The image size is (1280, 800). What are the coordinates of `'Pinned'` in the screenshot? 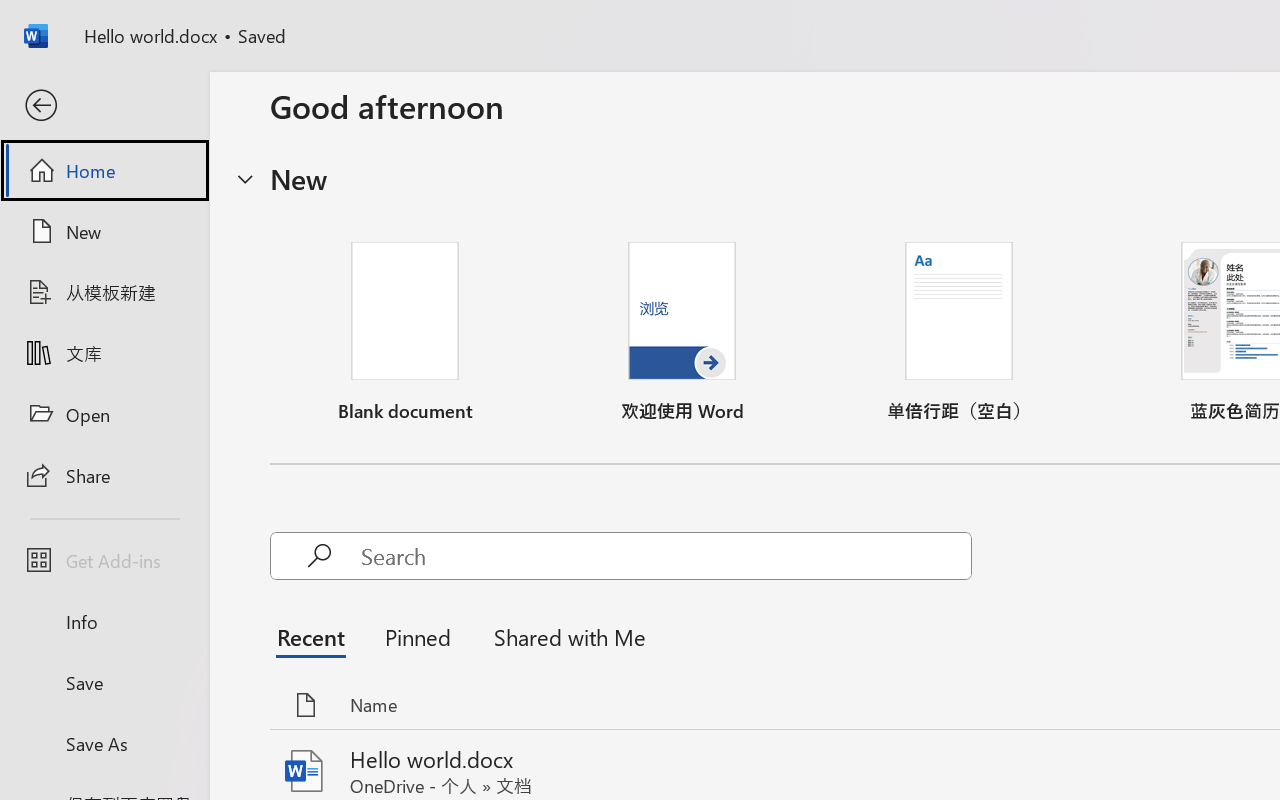 It's located at (416, 635).